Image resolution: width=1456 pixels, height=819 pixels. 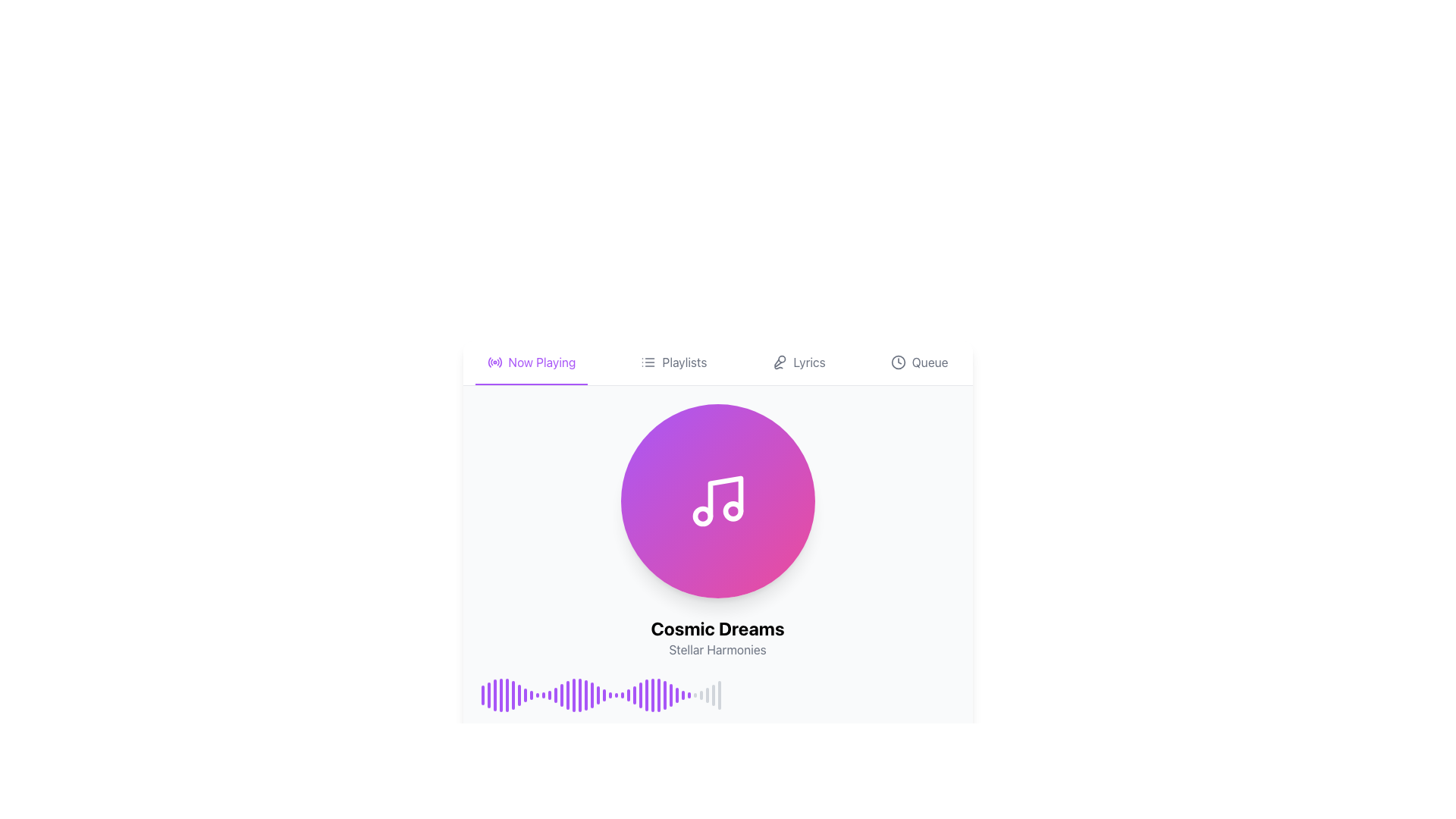 What do you see at coordinates (542, 362) in the screenshot?
I see `the 'Now Playing' text label, which is styled with a purple font and located in the header menu` at bounding box center [542, 362].